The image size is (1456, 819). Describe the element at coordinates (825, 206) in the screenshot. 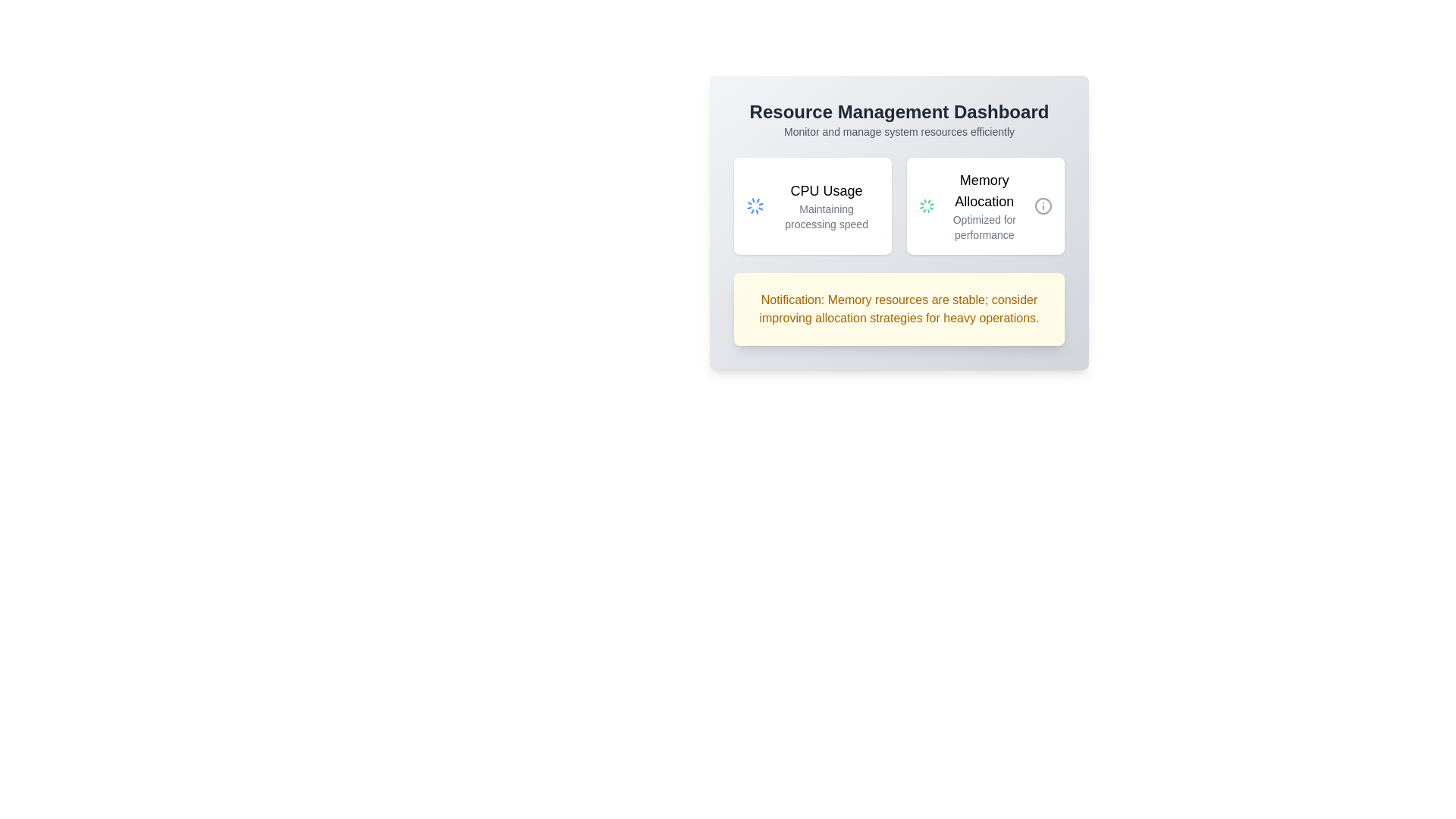

I see `the textual display element that shows CPU usage information, located beneath the spinning loader icon in the left section of the two-column layout` at that location.